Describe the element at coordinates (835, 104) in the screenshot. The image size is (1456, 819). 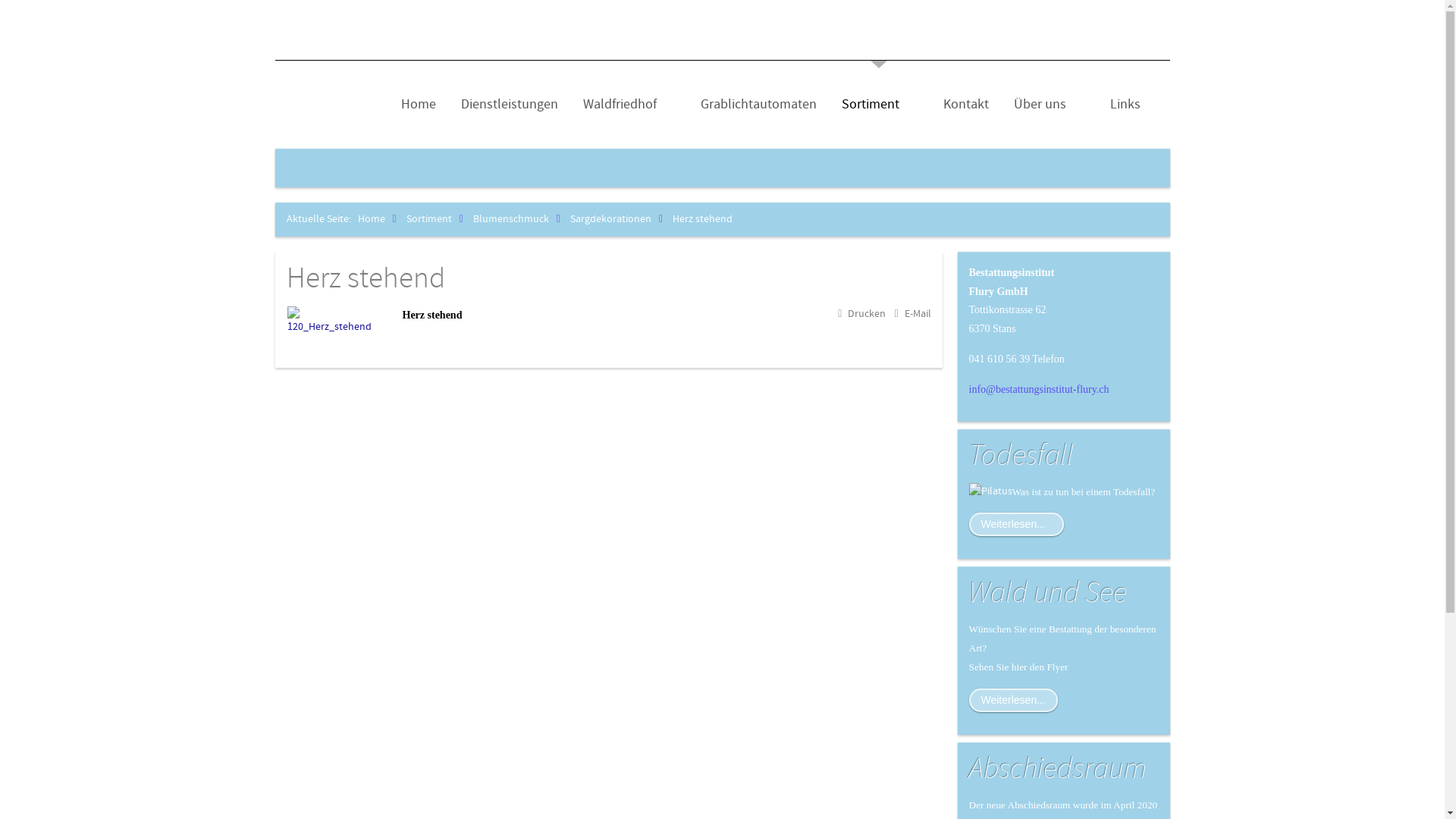
I see `'Sortiment'` at that location.